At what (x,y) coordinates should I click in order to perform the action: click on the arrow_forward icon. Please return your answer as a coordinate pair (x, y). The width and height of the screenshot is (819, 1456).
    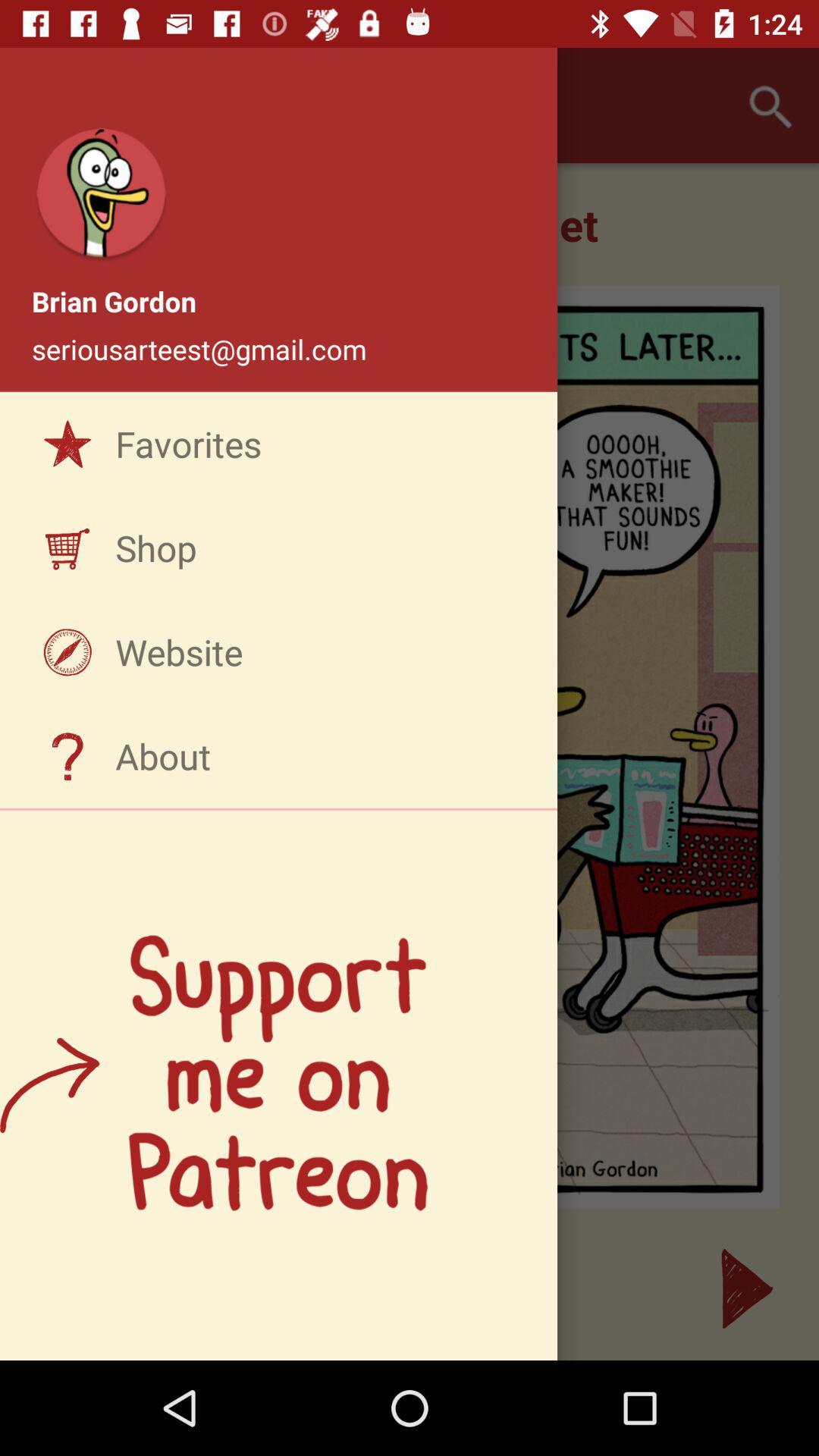
    Looking at the image, I should click on (746, 1288).